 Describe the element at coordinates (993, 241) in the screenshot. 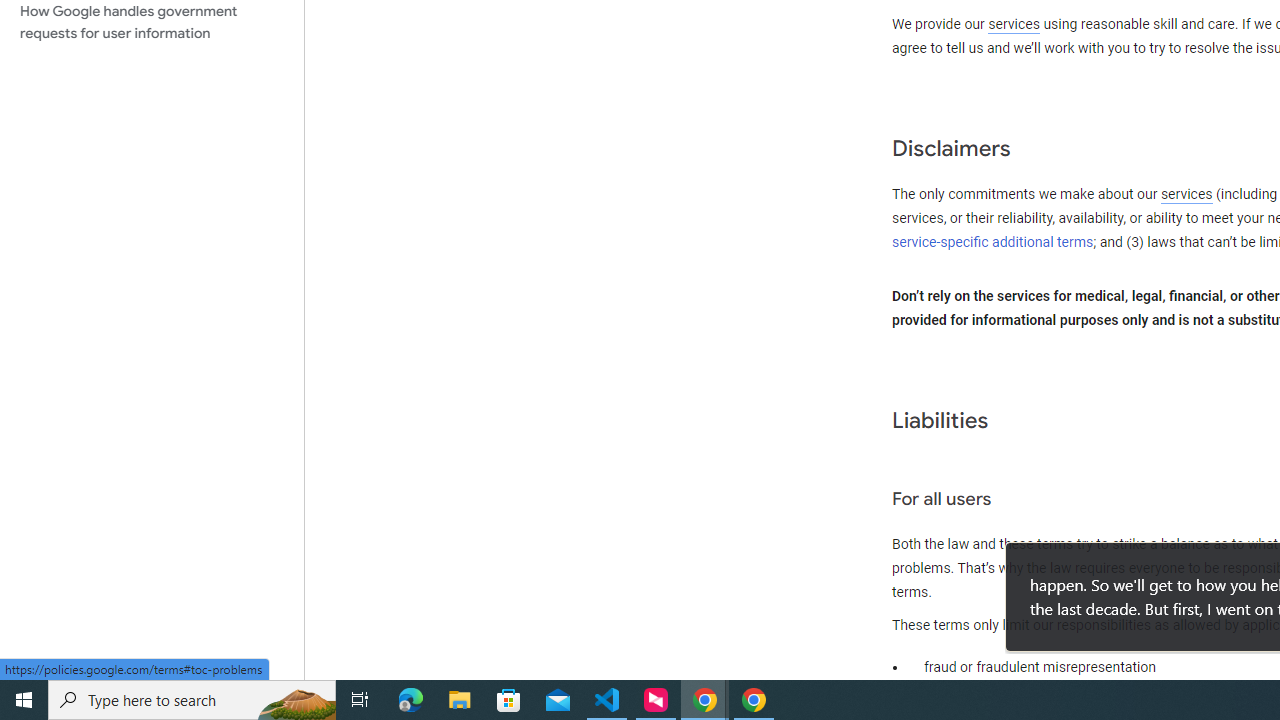

I see `'service-specific additional terms'` at that location.